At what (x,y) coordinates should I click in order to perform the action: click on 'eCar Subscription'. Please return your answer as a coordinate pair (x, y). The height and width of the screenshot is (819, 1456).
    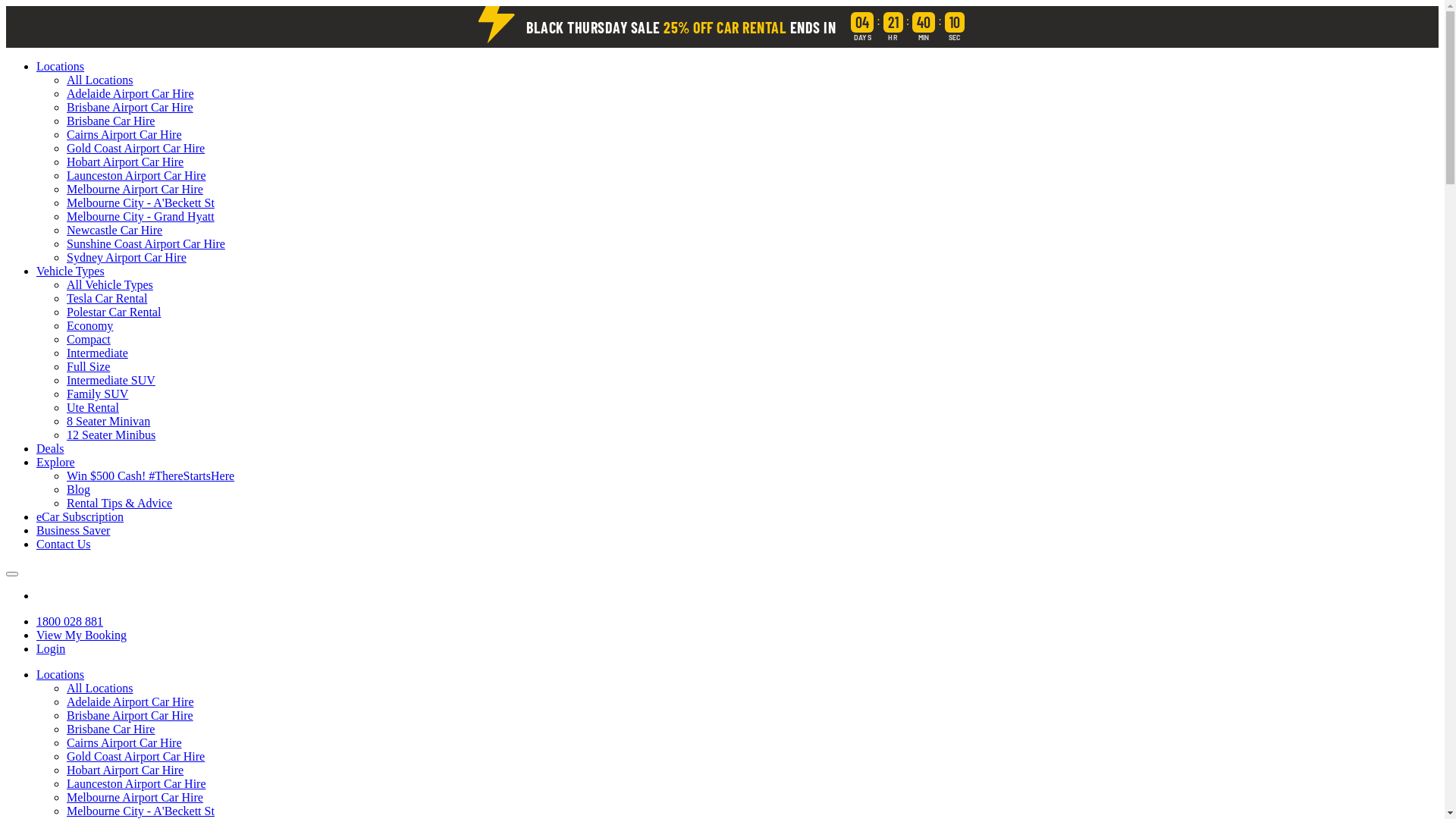
    Looking at the image, I should click on (79, 516).